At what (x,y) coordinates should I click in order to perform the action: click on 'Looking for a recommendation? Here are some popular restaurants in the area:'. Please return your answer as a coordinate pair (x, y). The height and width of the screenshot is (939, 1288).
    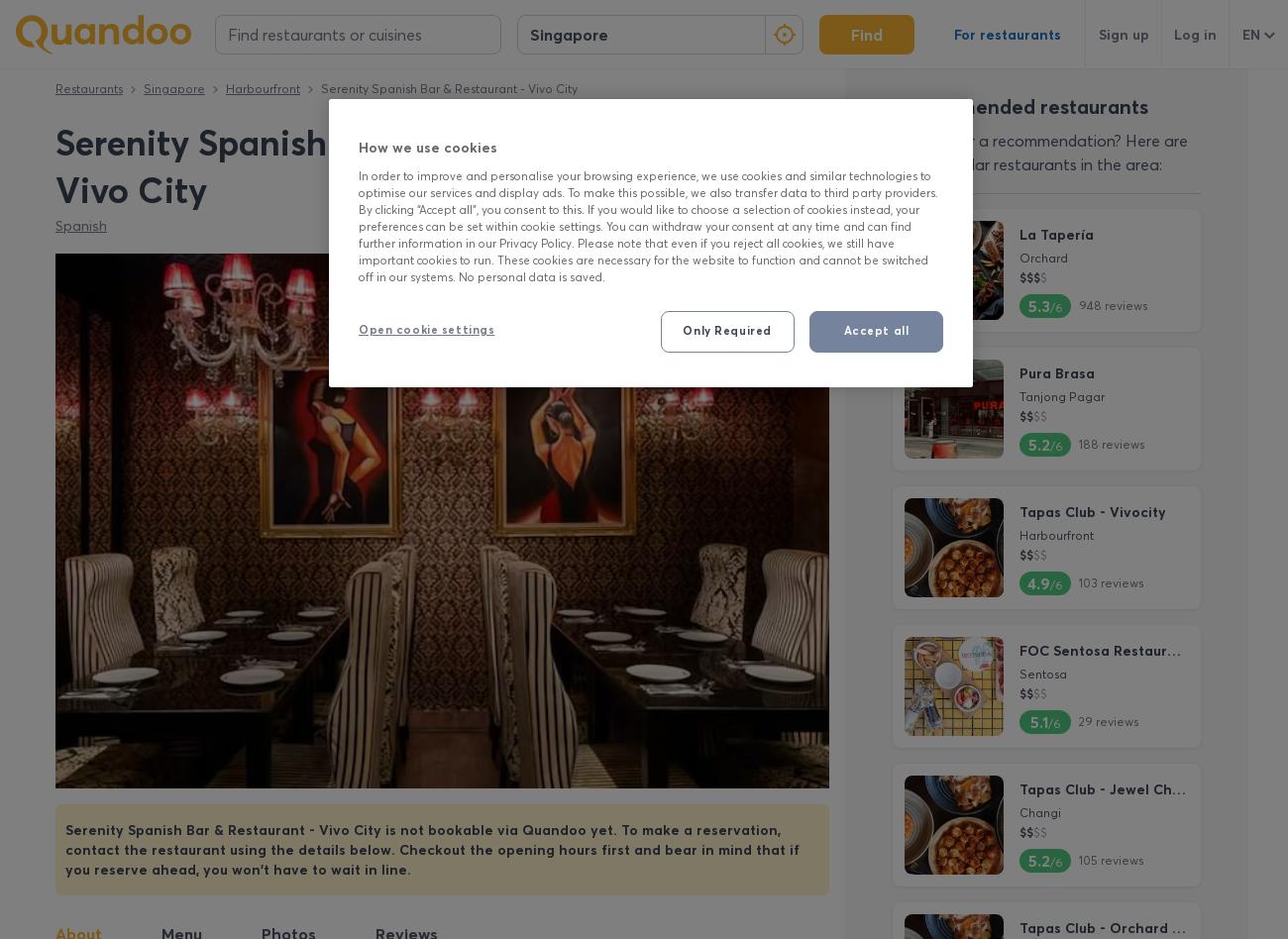
    Looking at the image, I should click on (1040, 151).